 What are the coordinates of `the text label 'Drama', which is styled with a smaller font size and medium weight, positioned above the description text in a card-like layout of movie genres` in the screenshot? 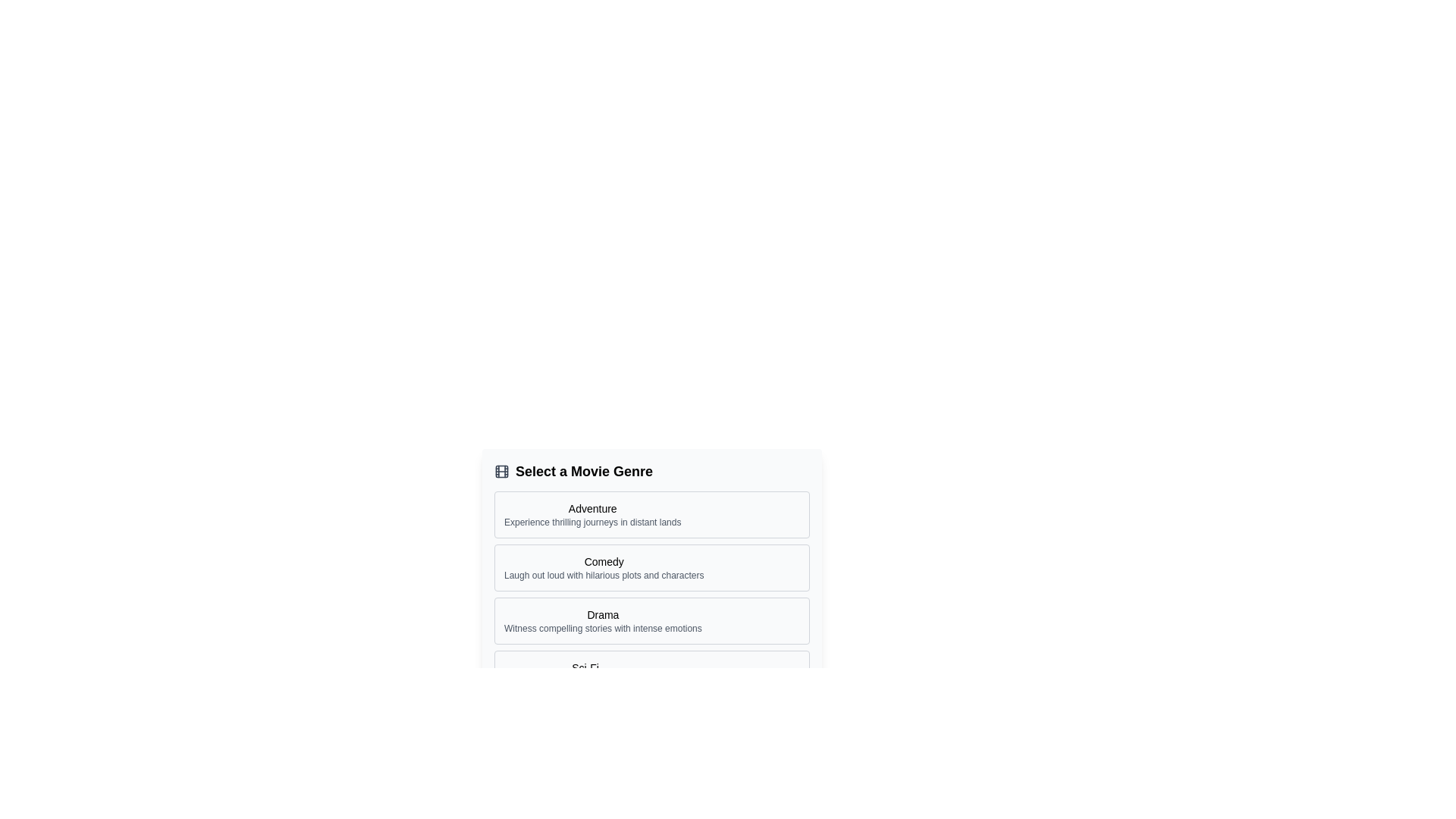 It's located at (602, 614).